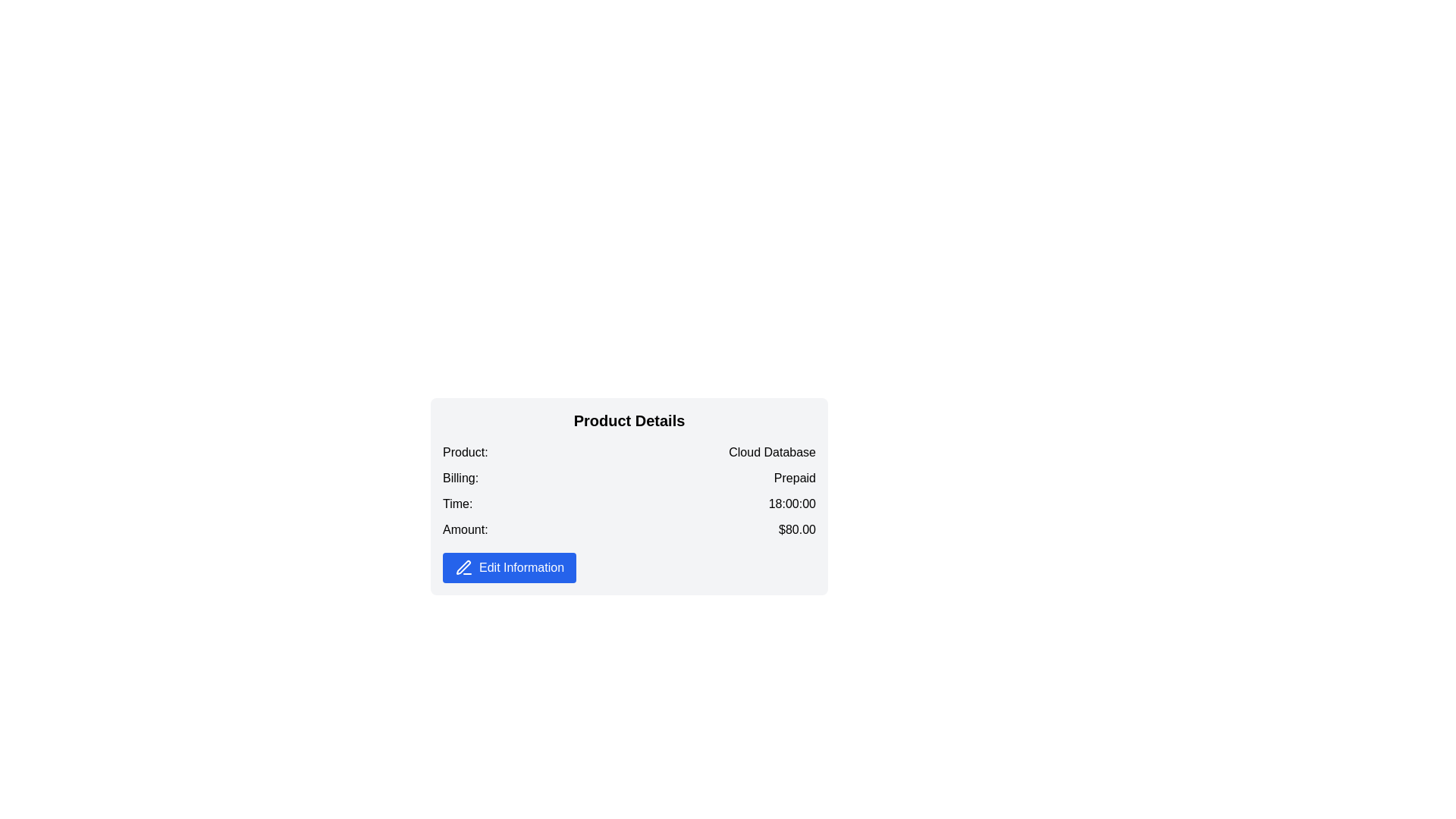 This screenshot has width=1456, height=819. I want to click on the text label displaying 'billing:' in bold black text, which is positioned on the left side of the 'Product Details' section, preceding the value 'Prepaid', so click(460, 479).